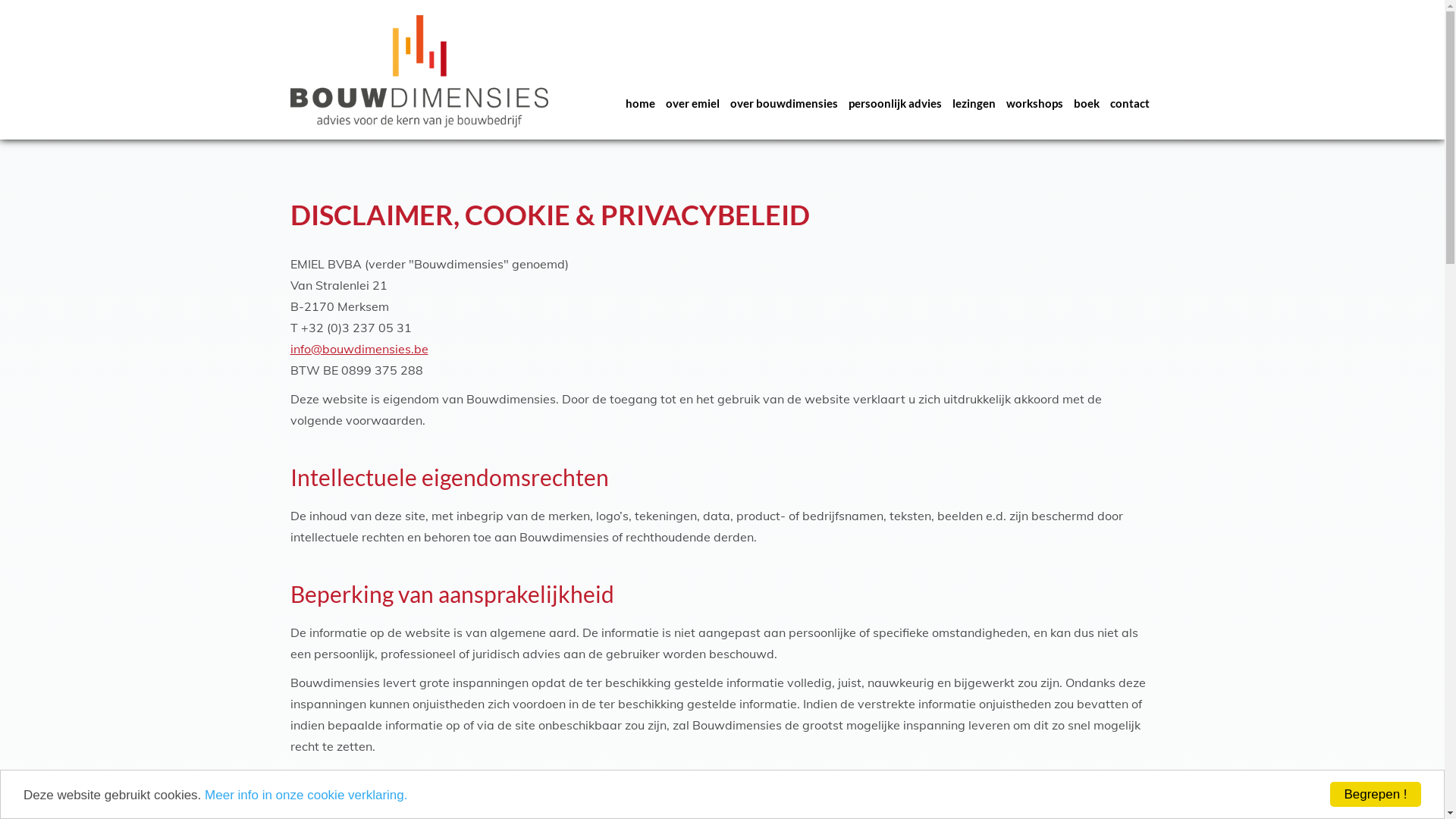 This screenshot has width=1456, height=819. What do you see at coordinates (1329, 793) in the screenshot?
I see `'Begrepen !'` at bounding box center [1329, 793].